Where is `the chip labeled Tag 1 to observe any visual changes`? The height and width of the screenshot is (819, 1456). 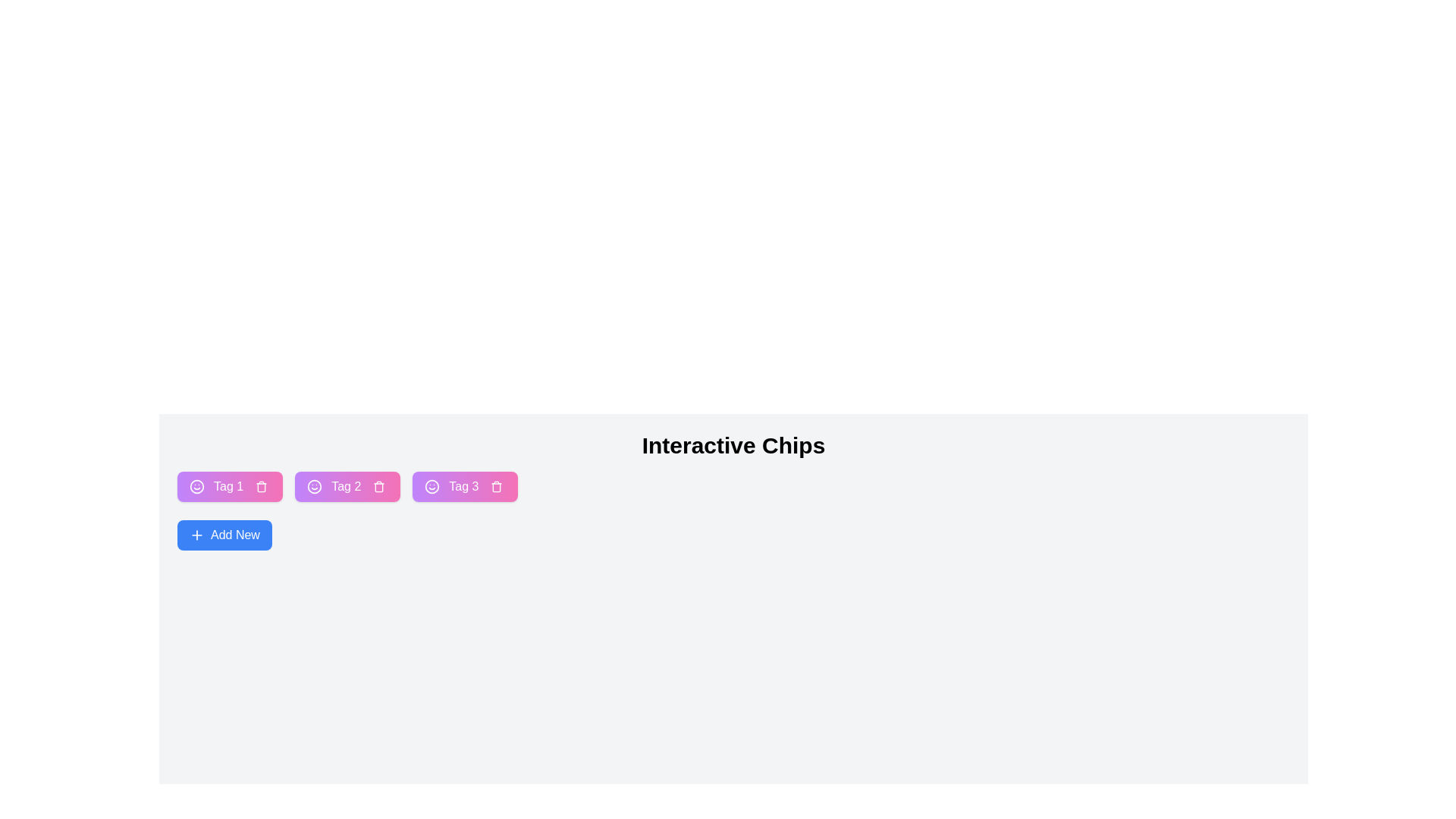
the chip labeled Tag 1 to observe any visual changes is located at coordinates (228, 486).